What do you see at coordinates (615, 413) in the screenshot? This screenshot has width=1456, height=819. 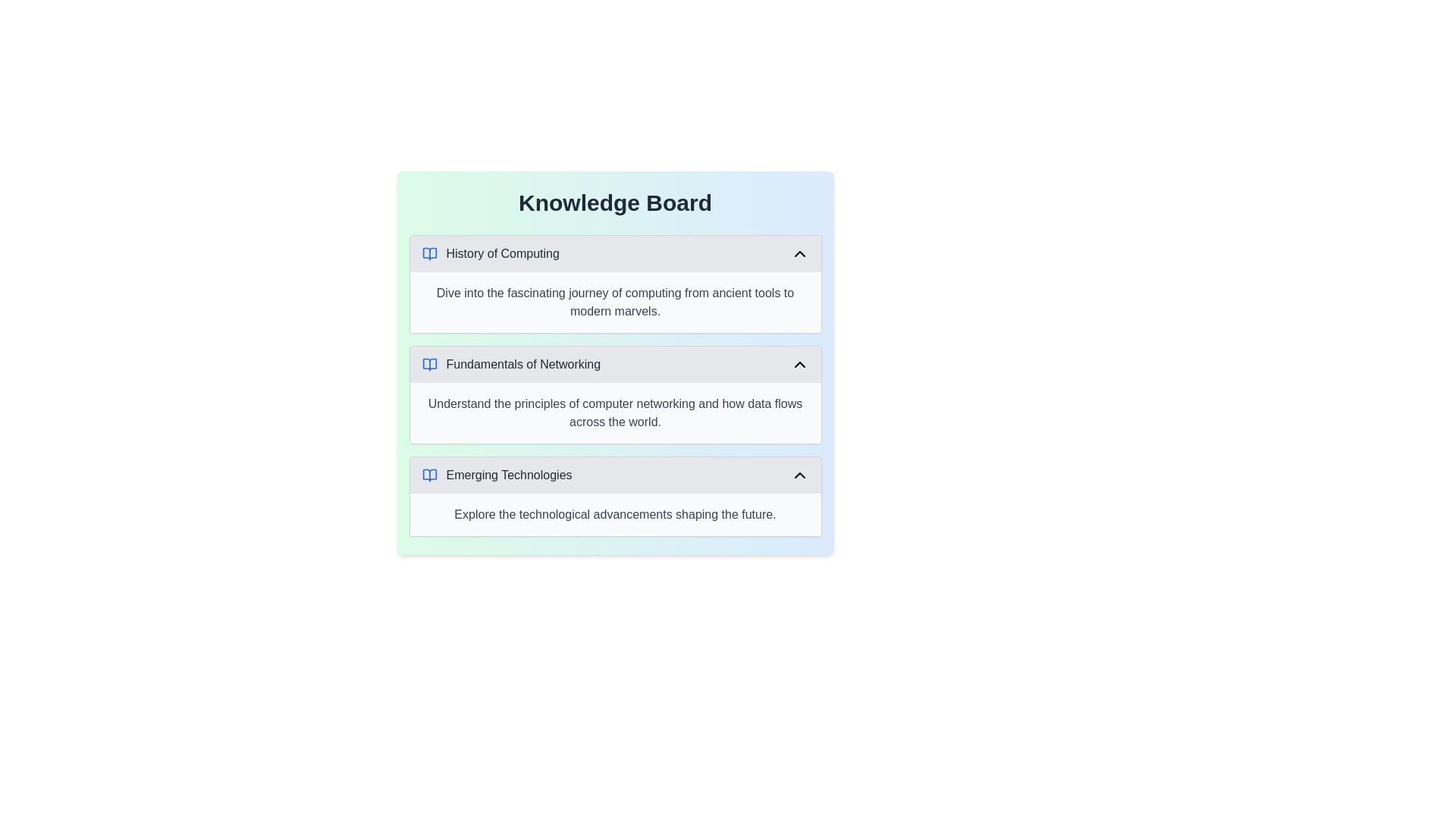 I see `the Static Text element that contains a paragraph about computer networking, styled with a light gray background and medium gray text, located under the title 'Fundamentals of Networking' on the 'Knowledge Board'` at bounding box center [615, 413].